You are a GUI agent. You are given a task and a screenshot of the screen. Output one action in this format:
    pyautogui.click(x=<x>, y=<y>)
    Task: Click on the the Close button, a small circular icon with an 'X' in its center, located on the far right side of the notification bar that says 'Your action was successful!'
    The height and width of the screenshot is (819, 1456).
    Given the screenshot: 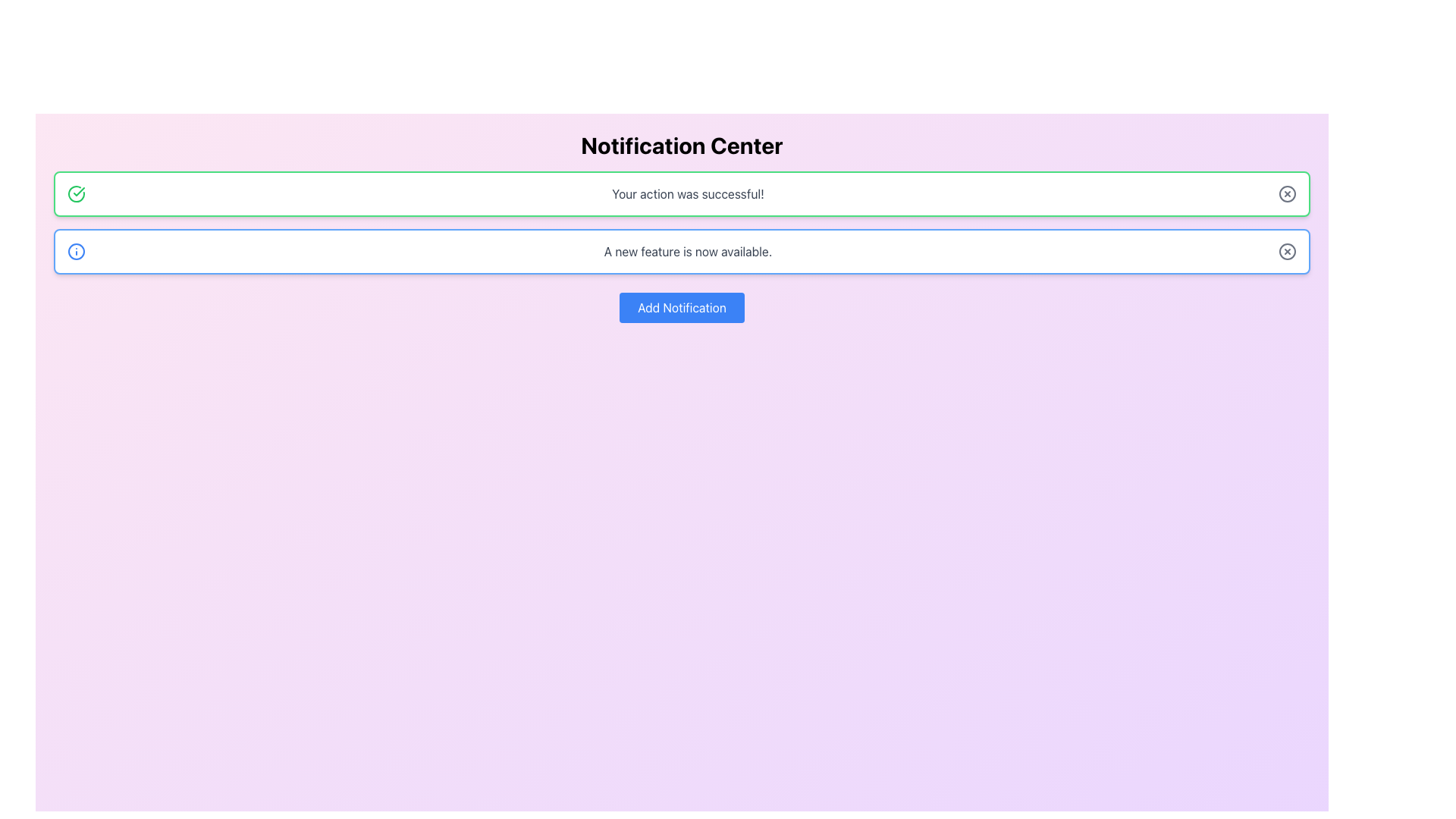 What is the action you would take?
    pyautogui.click(x=1287, y=193)
    